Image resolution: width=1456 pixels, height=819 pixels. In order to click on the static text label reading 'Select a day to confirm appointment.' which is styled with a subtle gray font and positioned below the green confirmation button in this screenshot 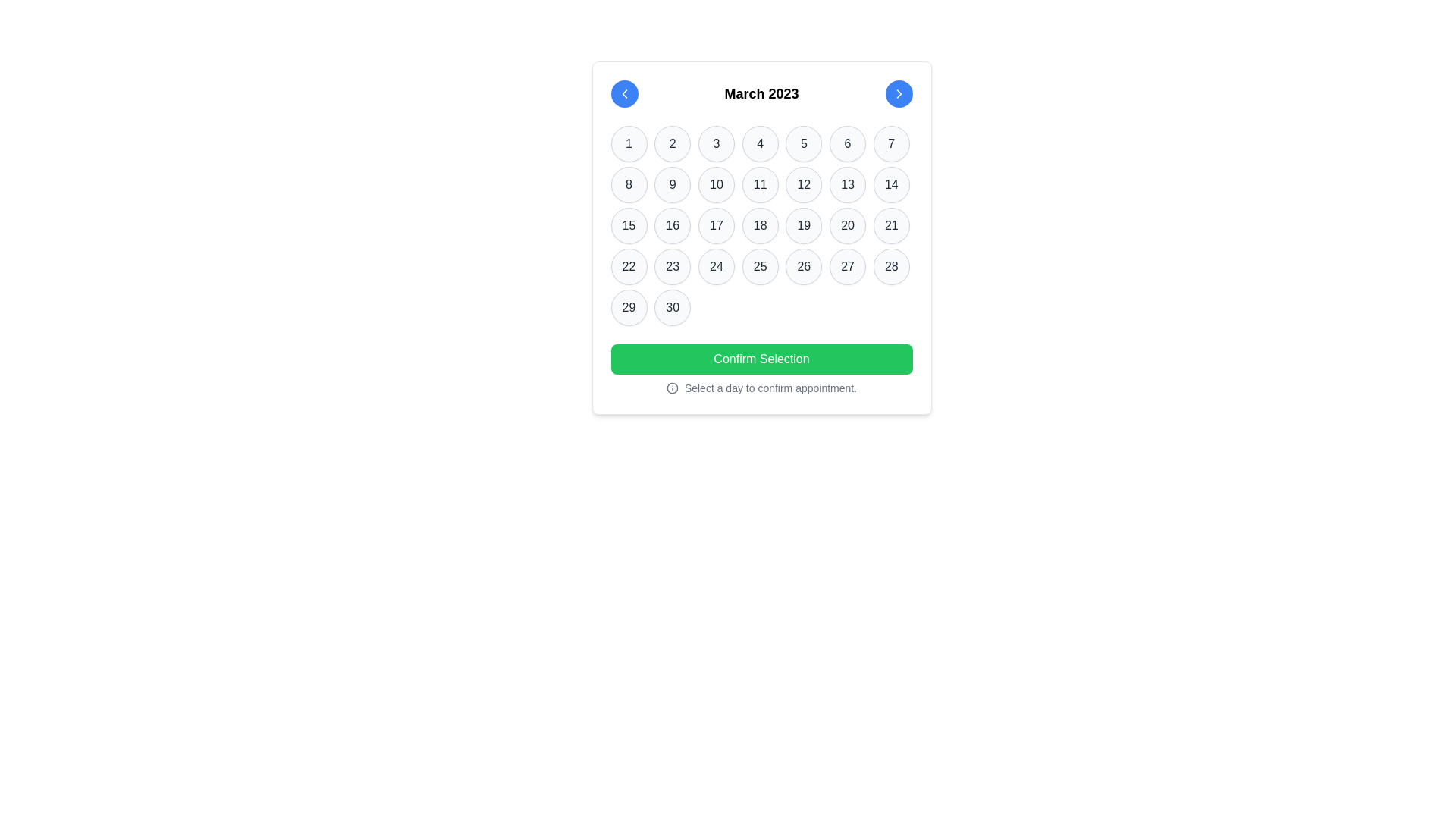, I will do `click(770, 388)`.